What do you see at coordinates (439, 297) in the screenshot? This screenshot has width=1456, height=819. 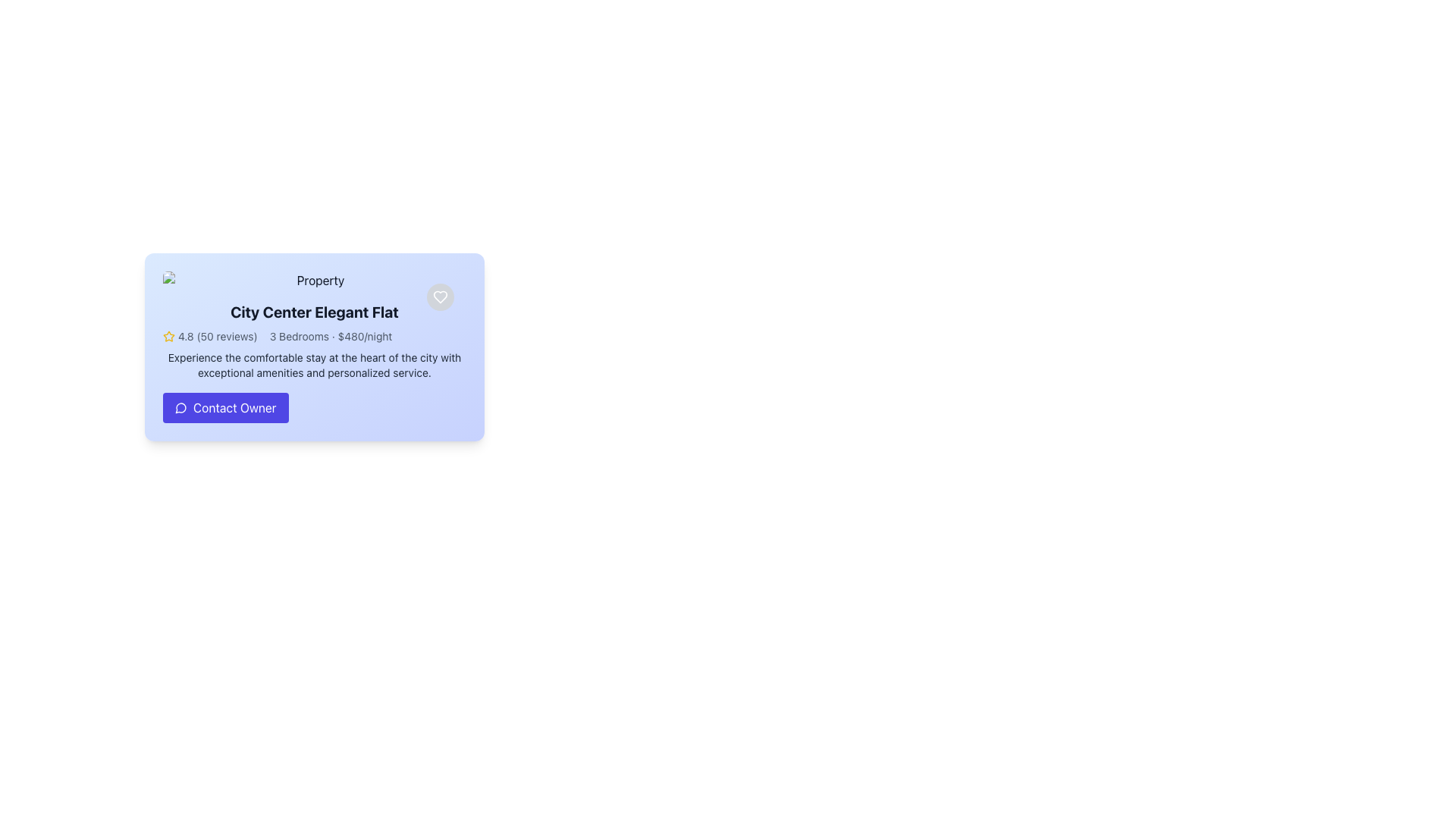 I see `the circular gray button with a white heart outline` at bounding box center [439, 297].